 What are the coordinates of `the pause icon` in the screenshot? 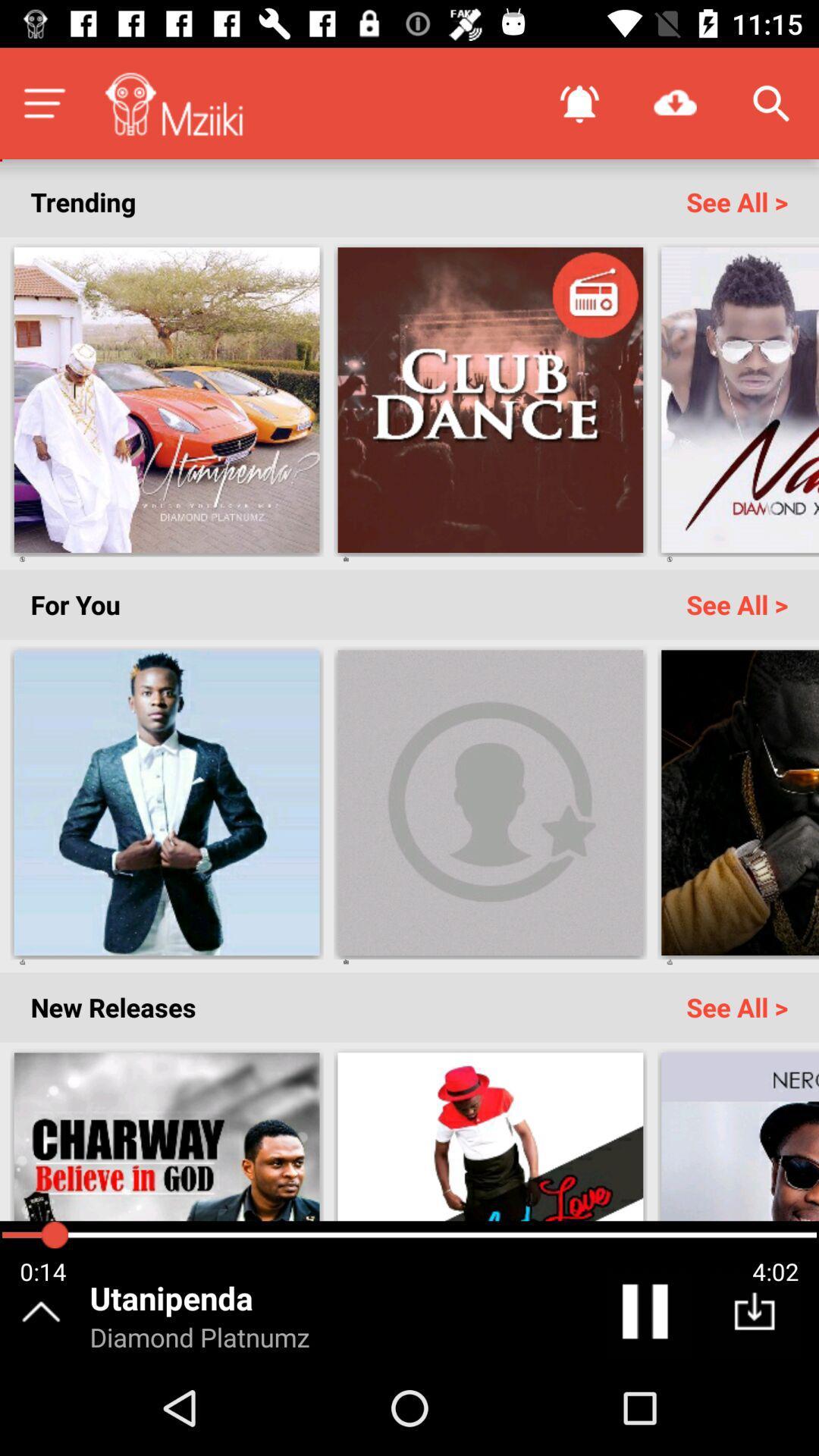 It's located at (648, 1314).